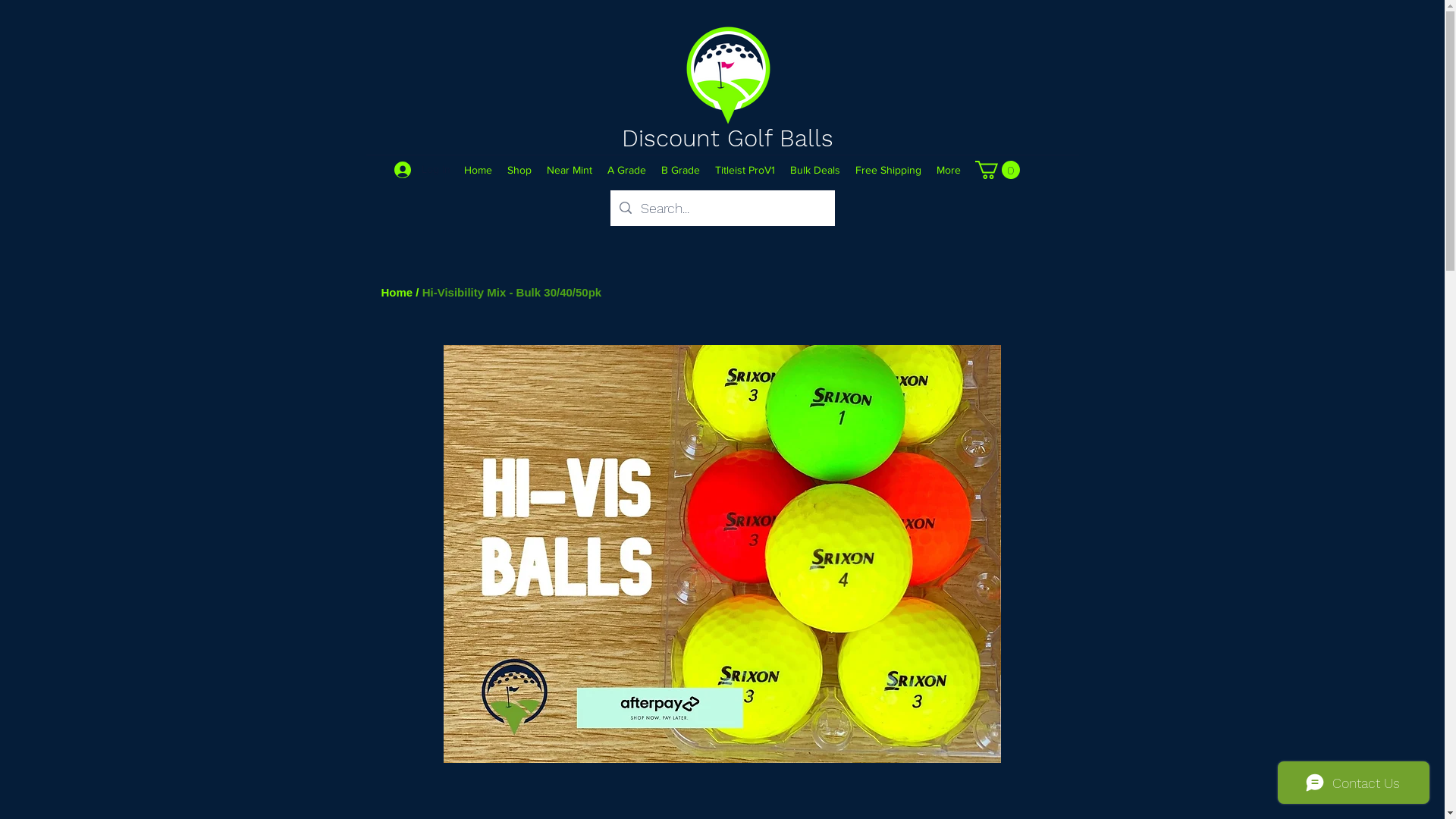 Image resolution: width=1456 pixels, height=819 pixels. I want to click on 'Free Shipping', so click(888, 169).